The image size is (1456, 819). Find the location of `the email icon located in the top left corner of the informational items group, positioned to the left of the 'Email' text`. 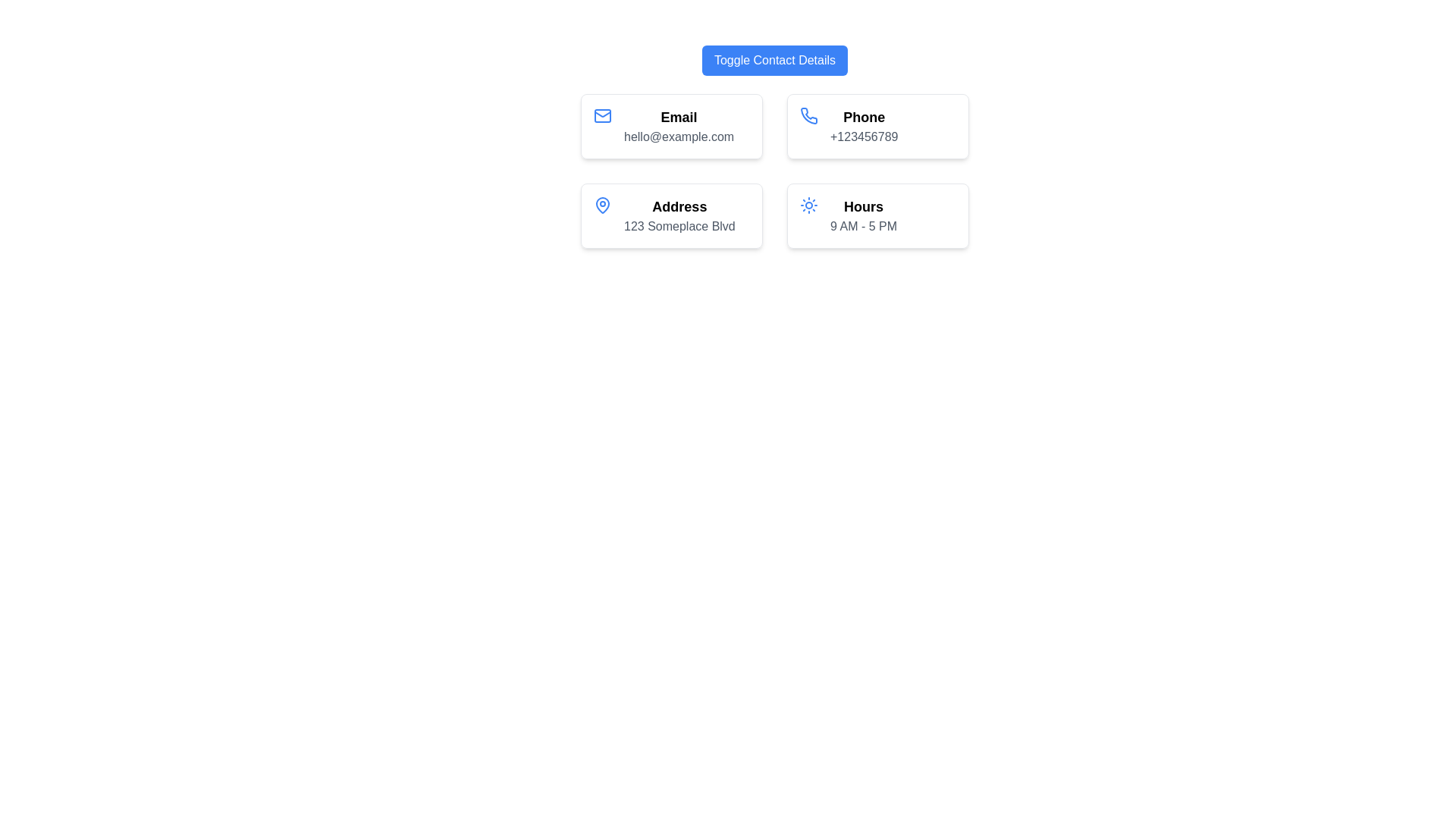

the email icon located in the top left corner of the informational items group, positioned to the left of the 'Email' text is located at coordinates (602, 115).